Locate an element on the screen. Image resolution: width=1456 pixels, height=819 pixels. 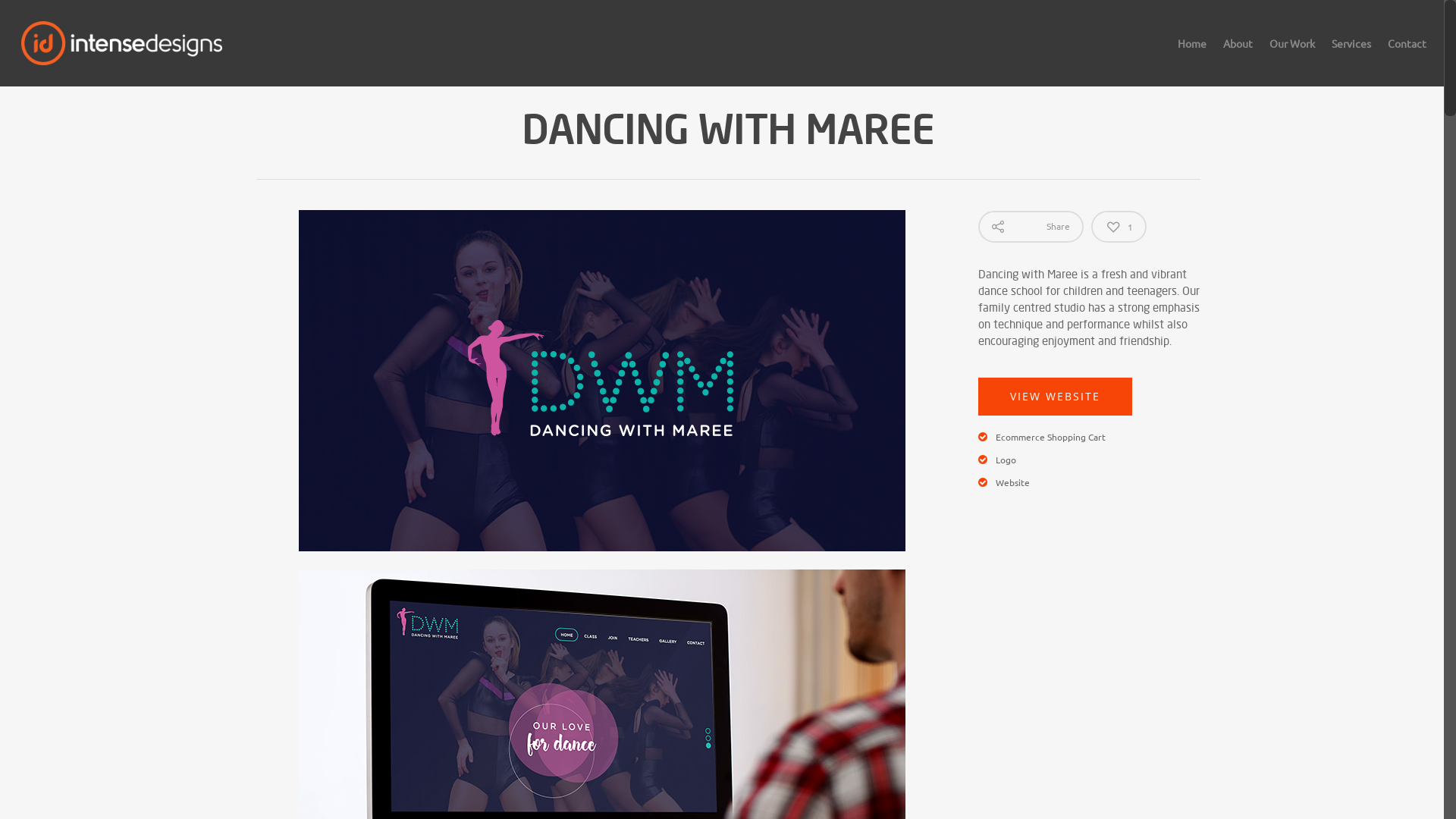
'Contact' is located at coordinates (1406, 52).